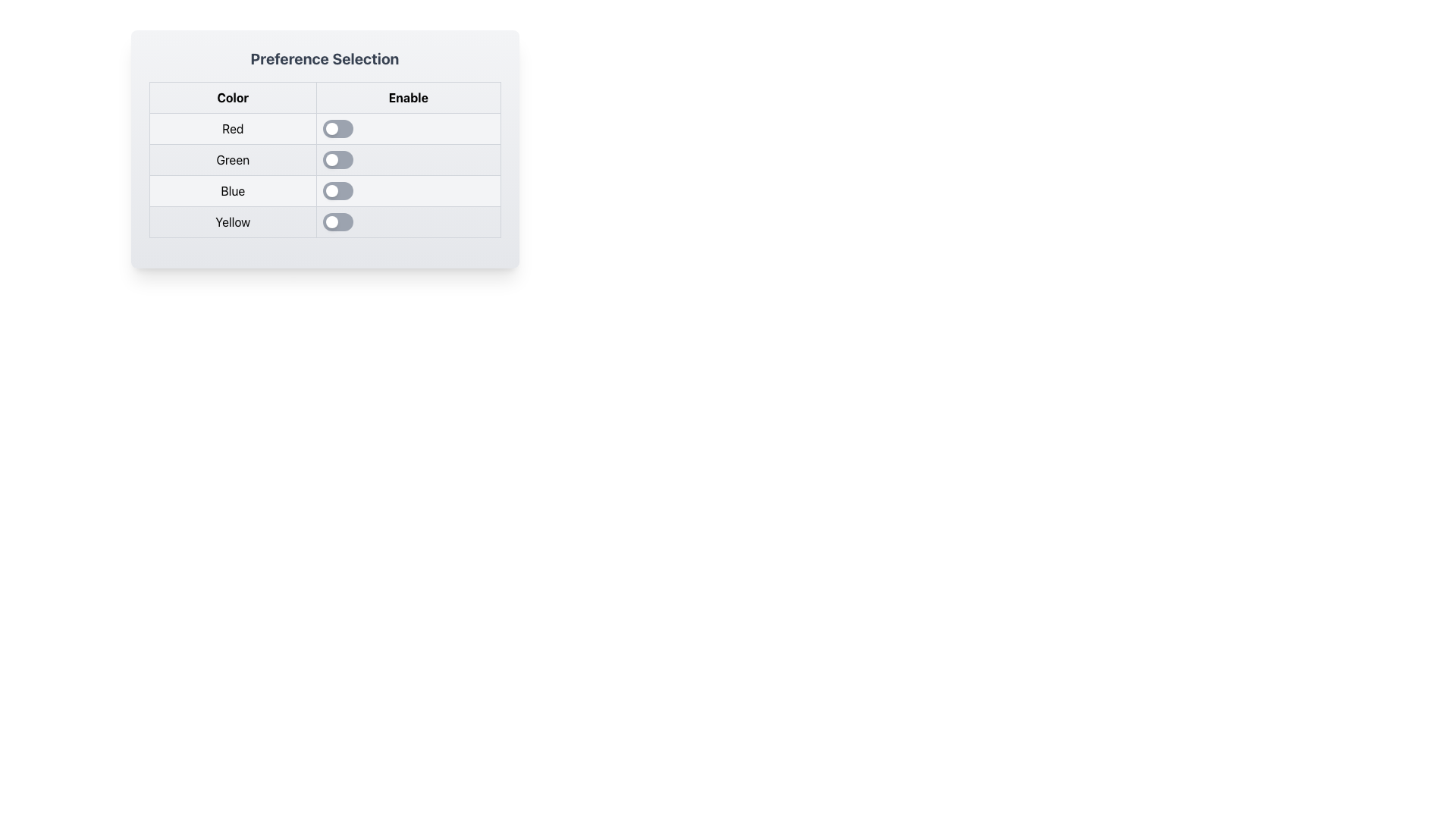 The height and width of the screenshot is (819, 1456). I want to click on the 'Red' color label located in the first row of the table under the 'Color' column, which is adjacent to the toggle switch under the 'Enable' column, so click(232, 127).